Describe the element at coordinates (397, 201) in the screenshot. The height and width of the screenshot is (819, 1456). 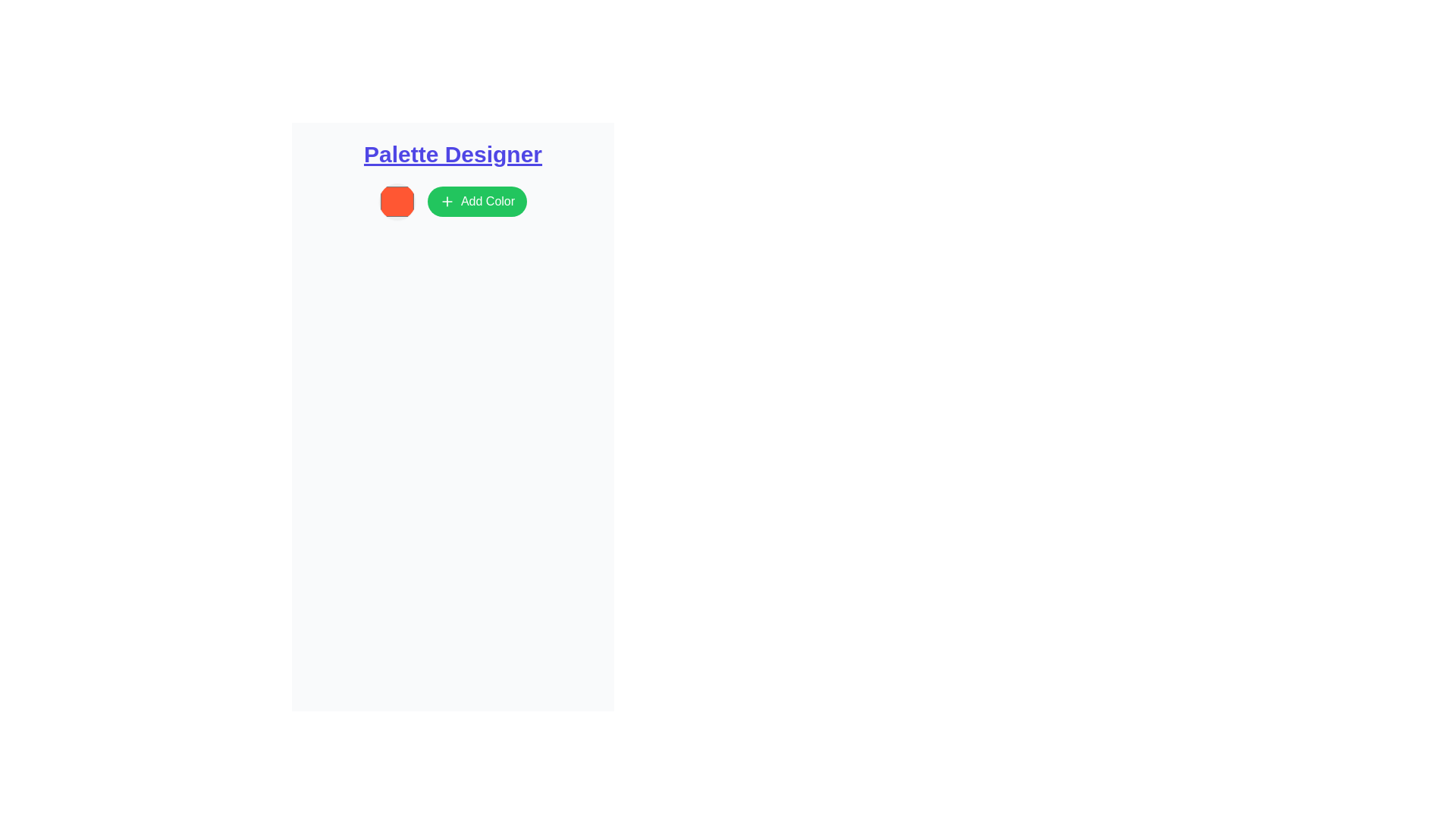
I see `the color picker widget located to the left of the 'Add Color' button in the 'Palette Designer' section` at that location.